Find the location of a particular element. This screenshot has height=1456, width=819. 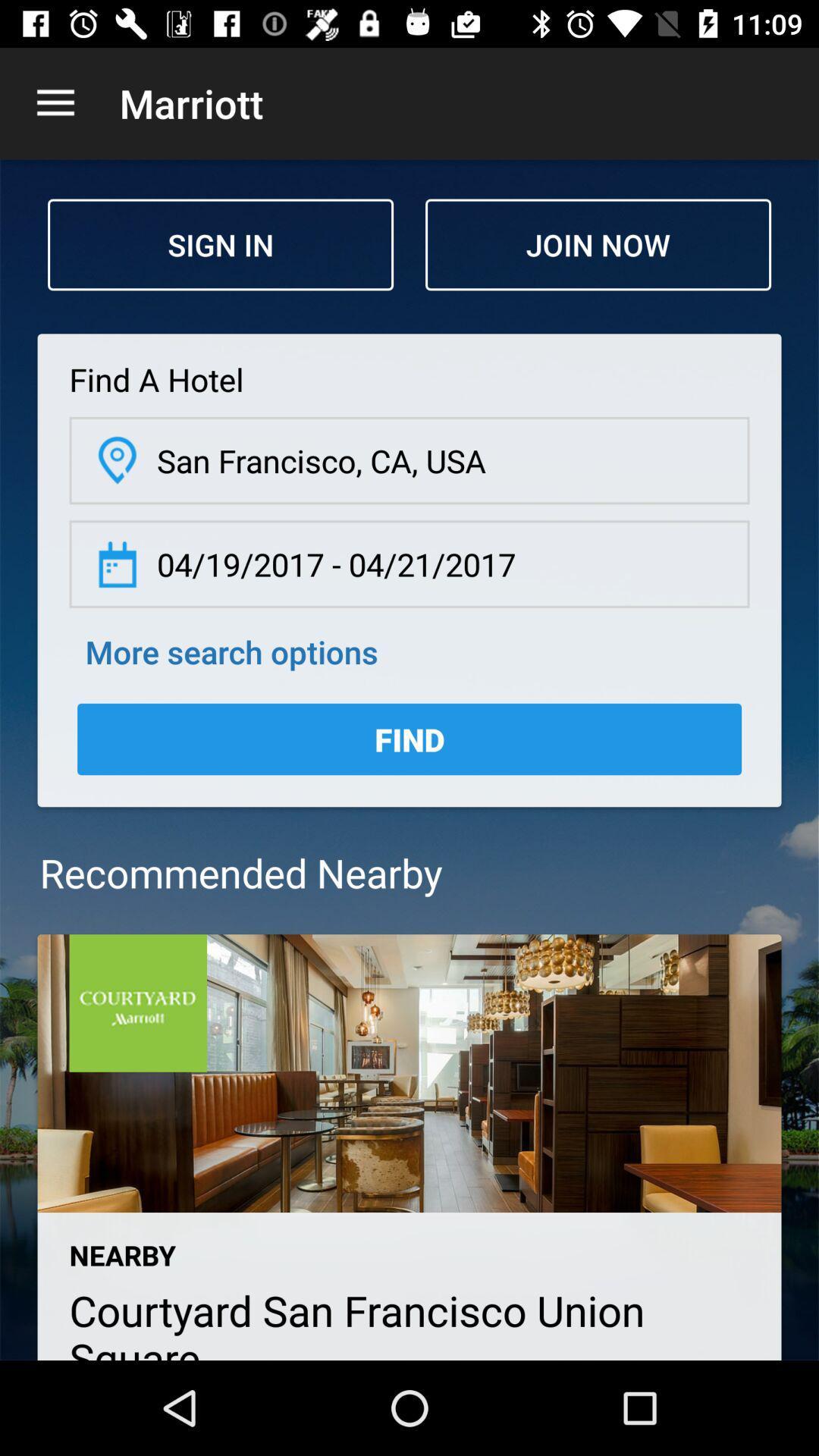

more search options item is located at coordinates (231, 651).